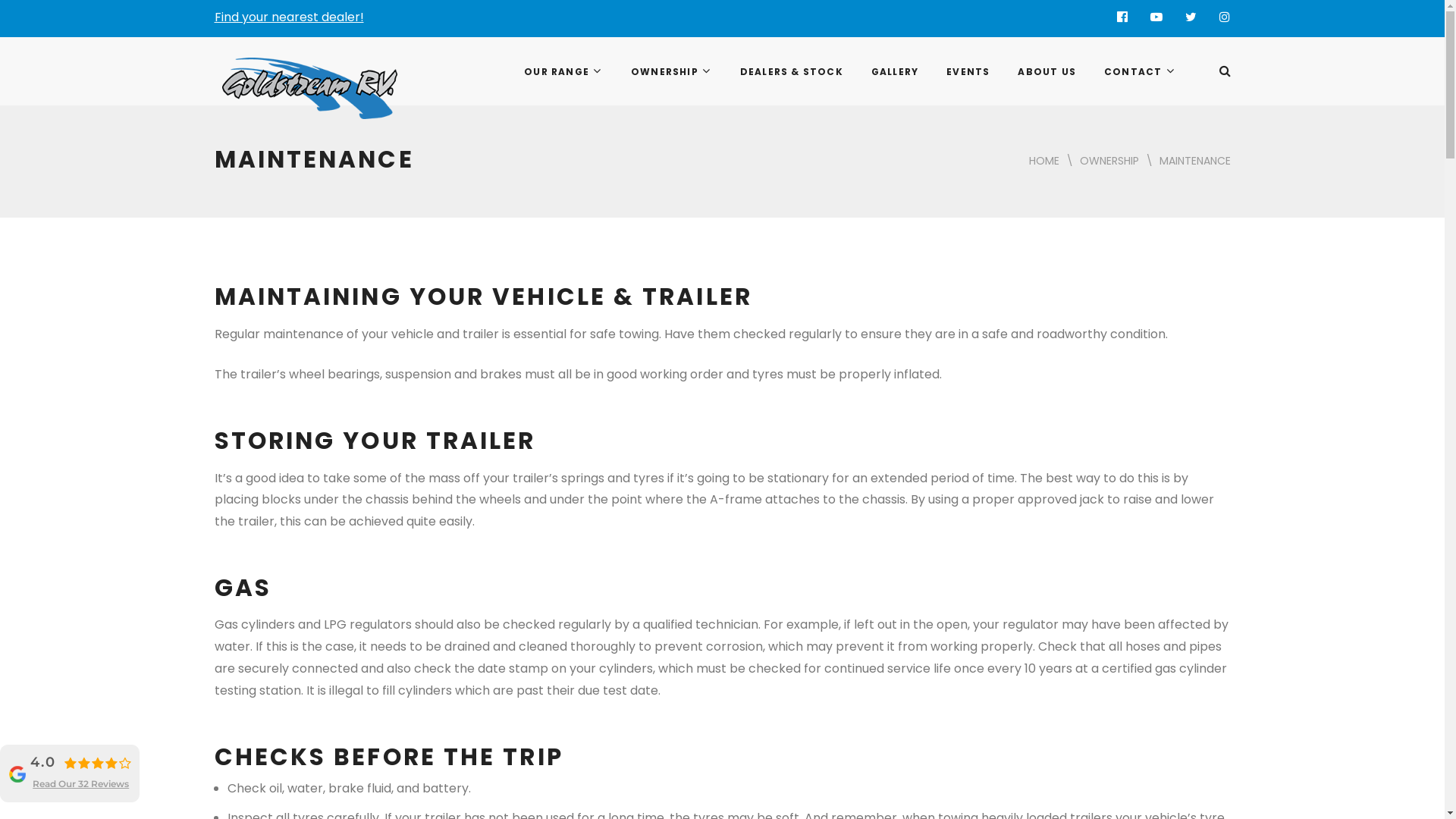 This screenshot has width=1456, height=819. What do you see at coordinates (288, 17) in the screenshot?
I see `'Find your nearest dealer!'` at bounding box center [288, 17].